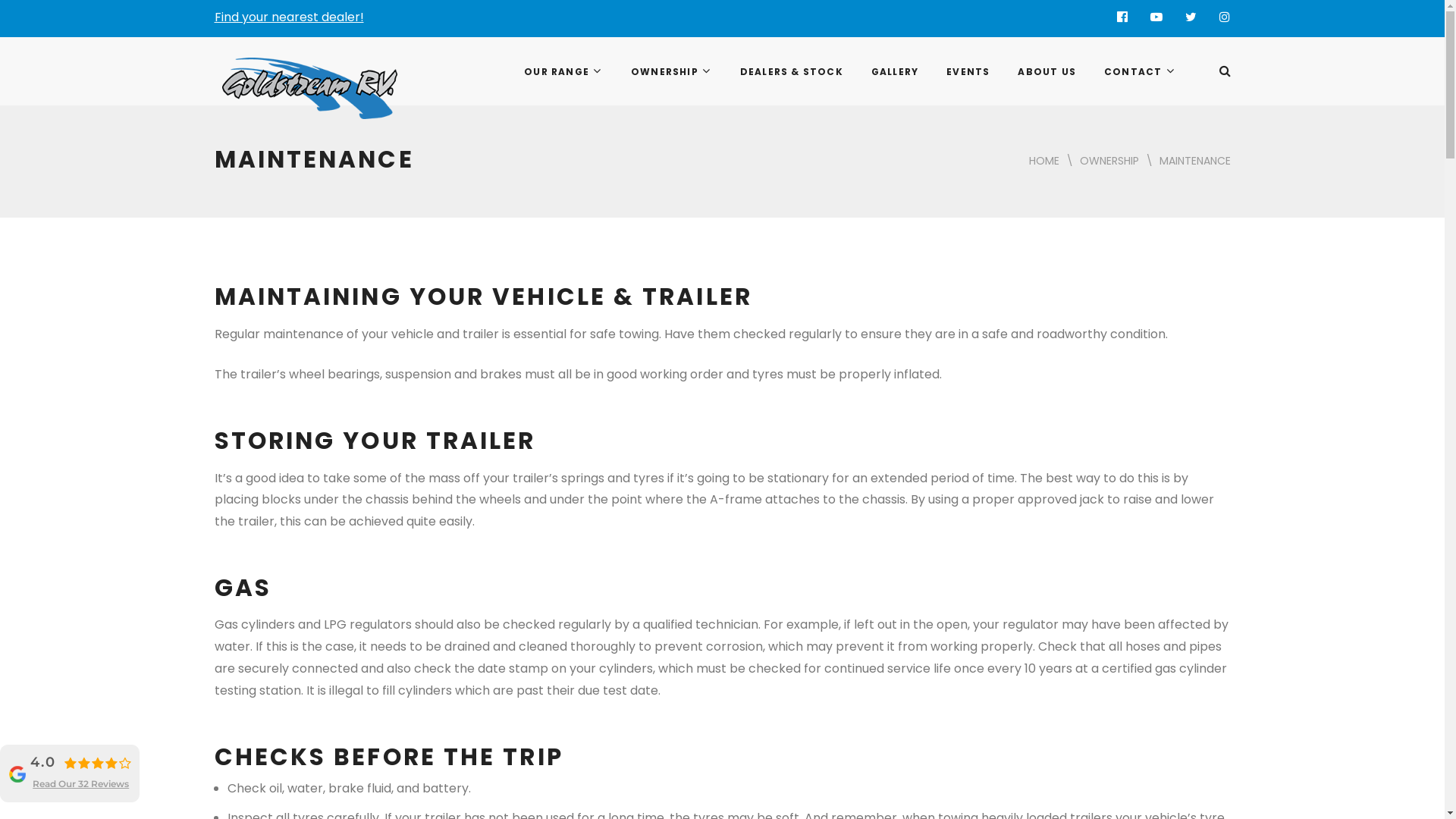 This screenshot has width=1456, height=819. What do you see at coordinates (288, 17) in the screenshot?
I see `'Find your nearest dealer!'` at bounding box center [288, 17].